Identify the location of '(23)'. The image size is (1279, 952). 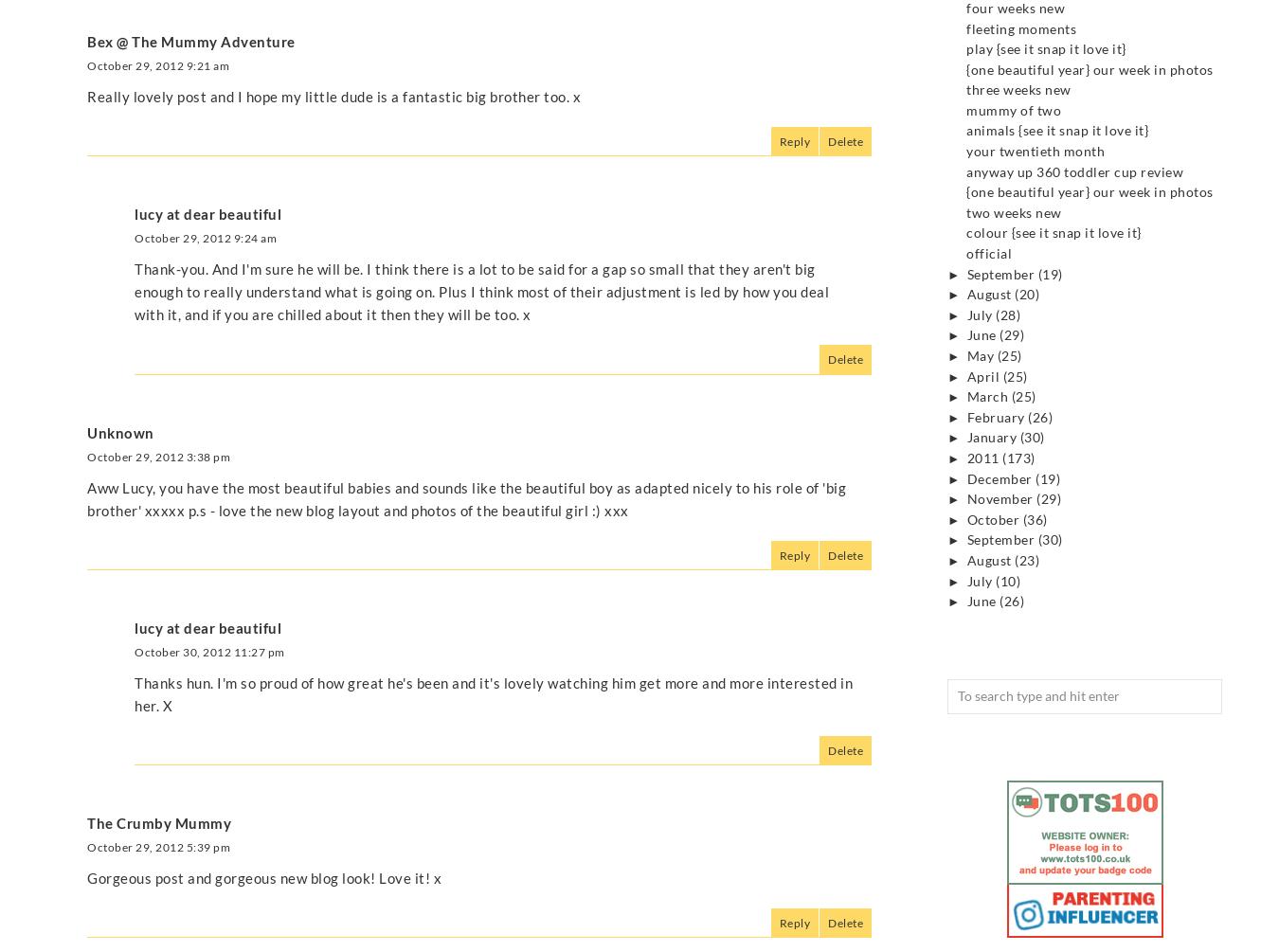
(1027, 559).